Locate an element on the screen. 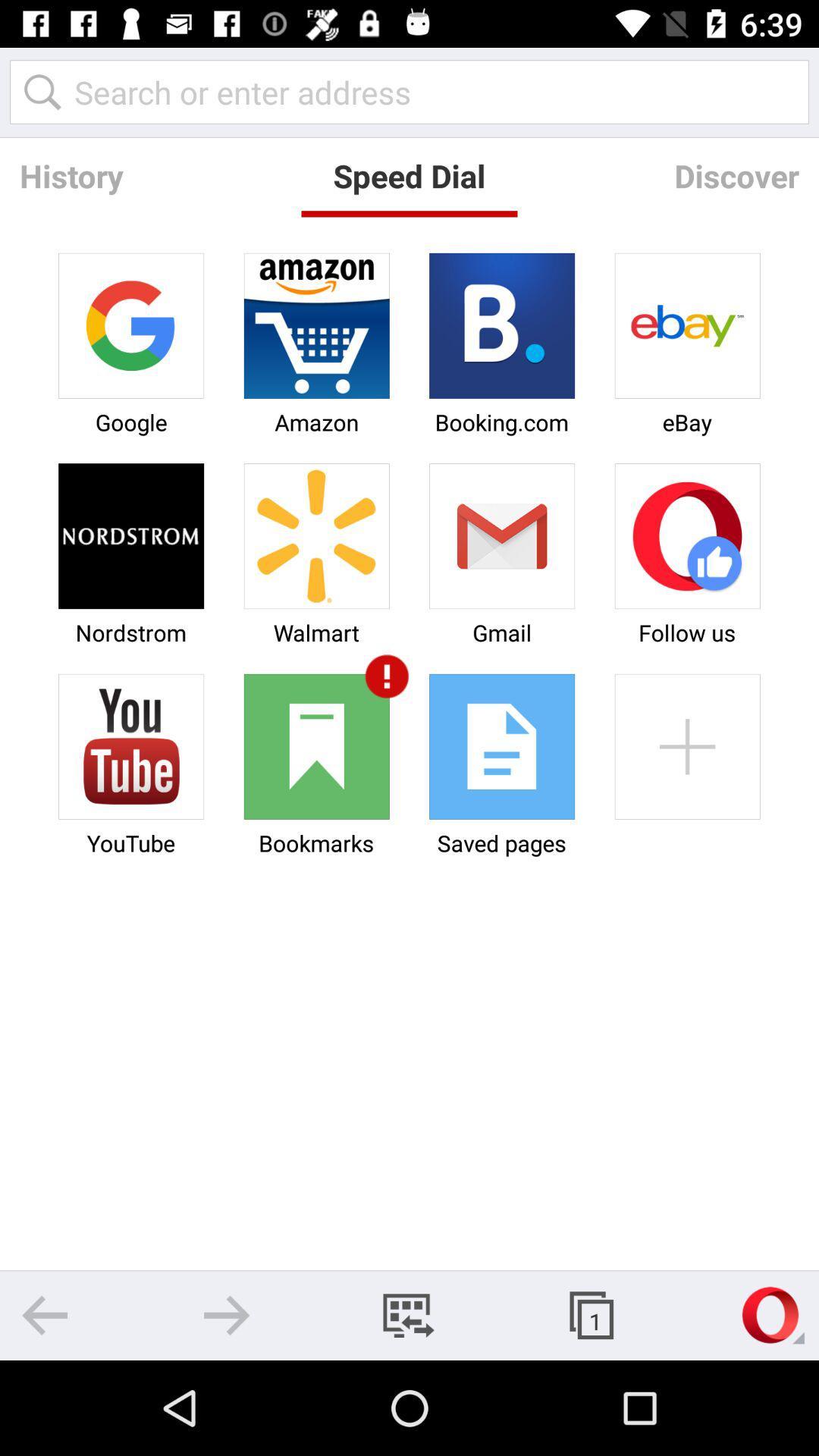 The height and width of the screenshot is (1456, 819). the discover icon is located at coordinates (736, 175).